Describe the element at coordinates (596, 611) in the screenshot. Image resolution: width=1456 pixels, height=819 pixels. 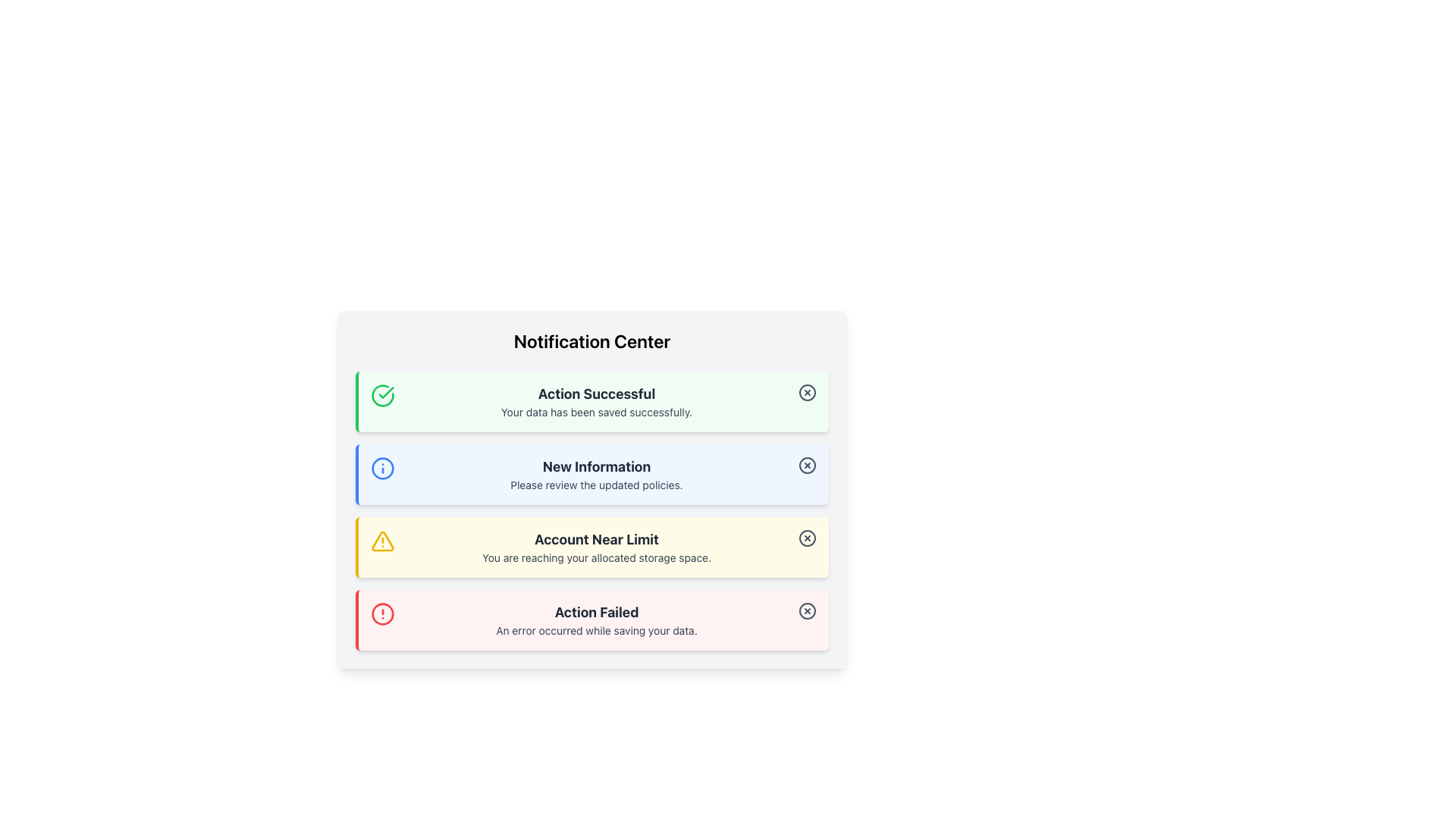
I see `text label that serves as the title for the error notification located in the fourth notification item of the alert list` at that location.